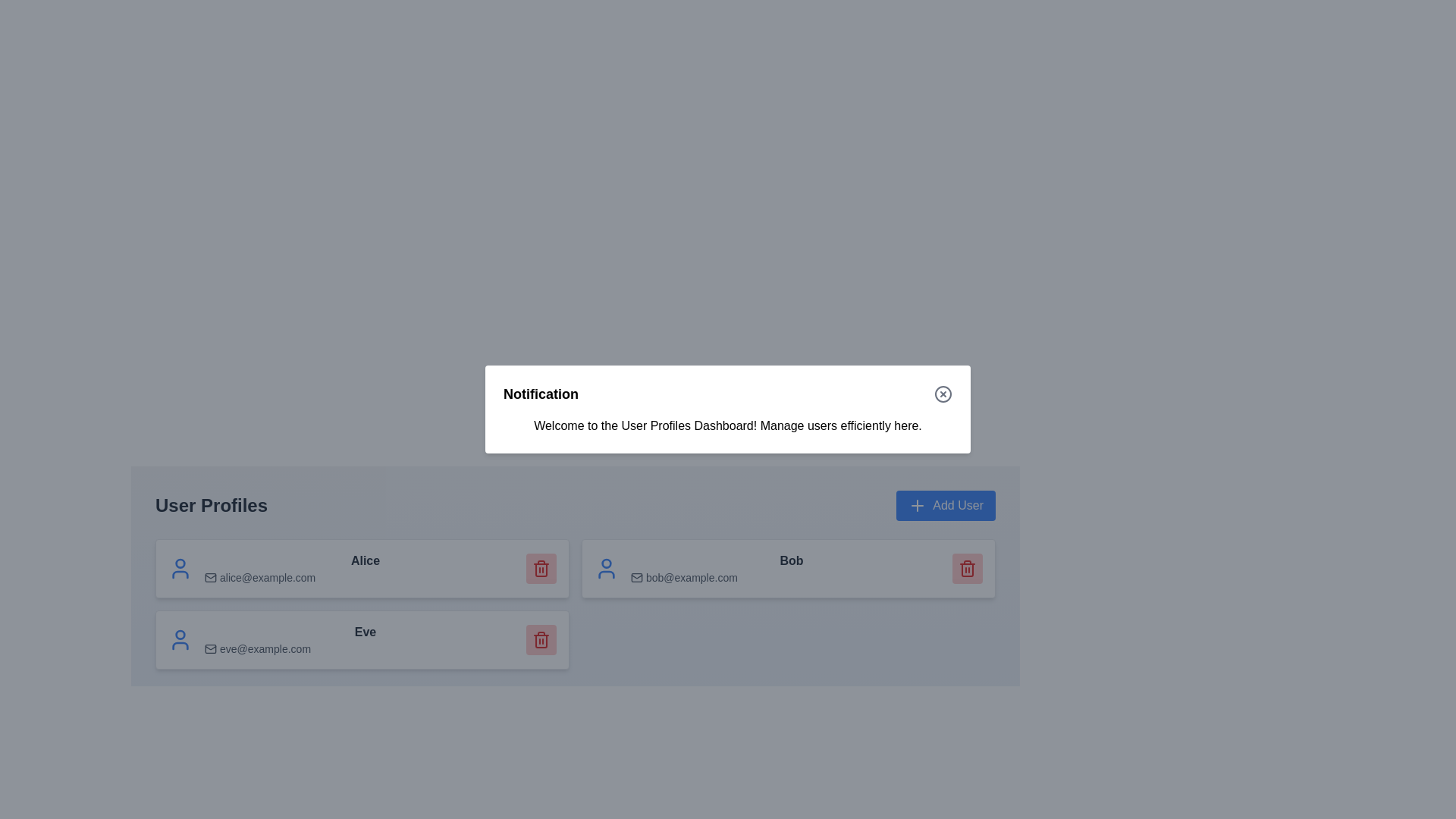  What do you see at coordinates (945, 506) in the screenshot?
I see `the 'Add User Profile' button located at the top-right corner of the main content area` at bounding box center [945, 506].